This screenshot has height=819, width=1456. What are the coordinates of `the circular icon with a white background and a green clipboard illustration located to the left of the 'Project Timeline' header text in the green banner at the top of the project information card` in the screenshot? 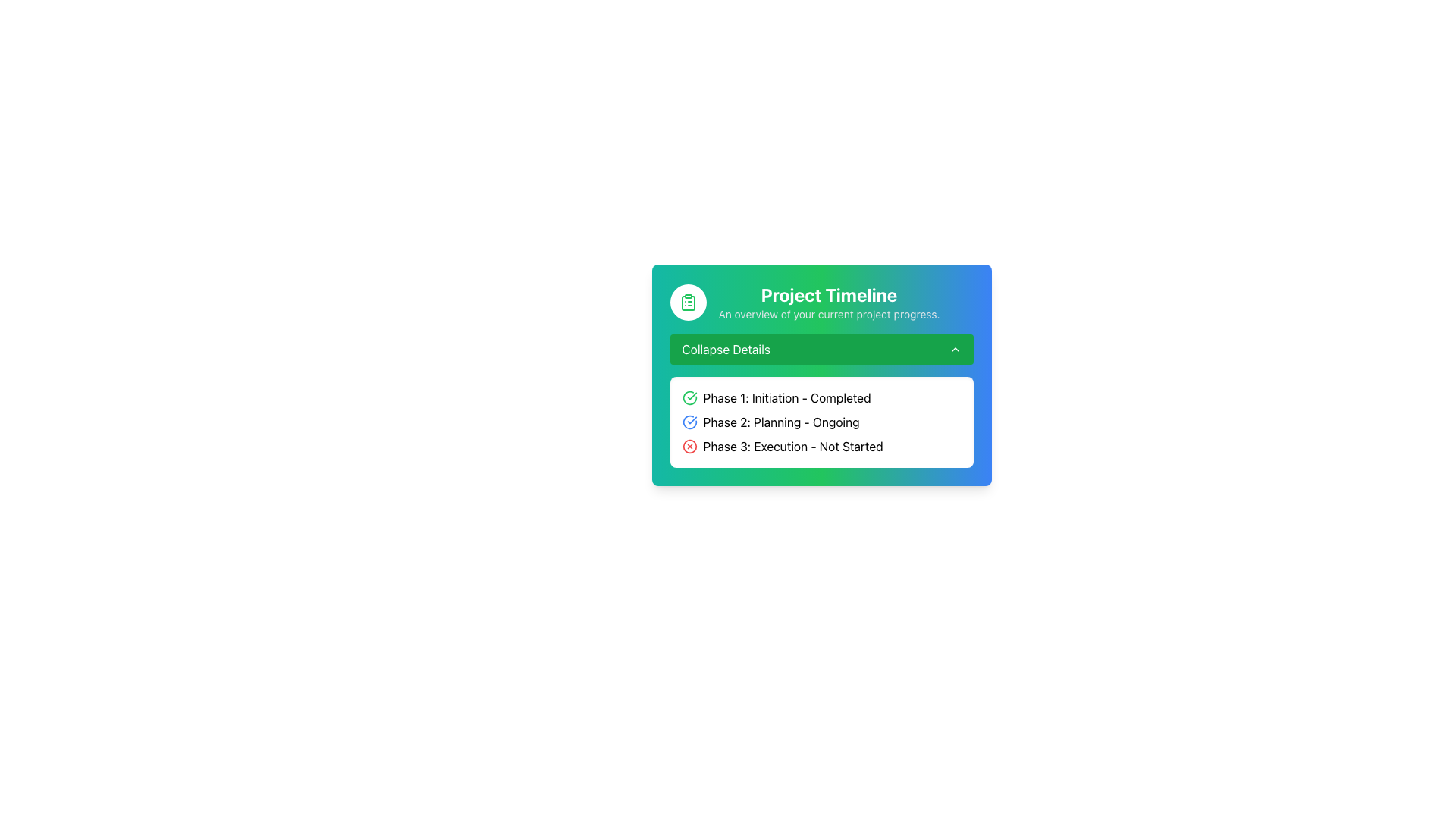 It's located at (687, 302).